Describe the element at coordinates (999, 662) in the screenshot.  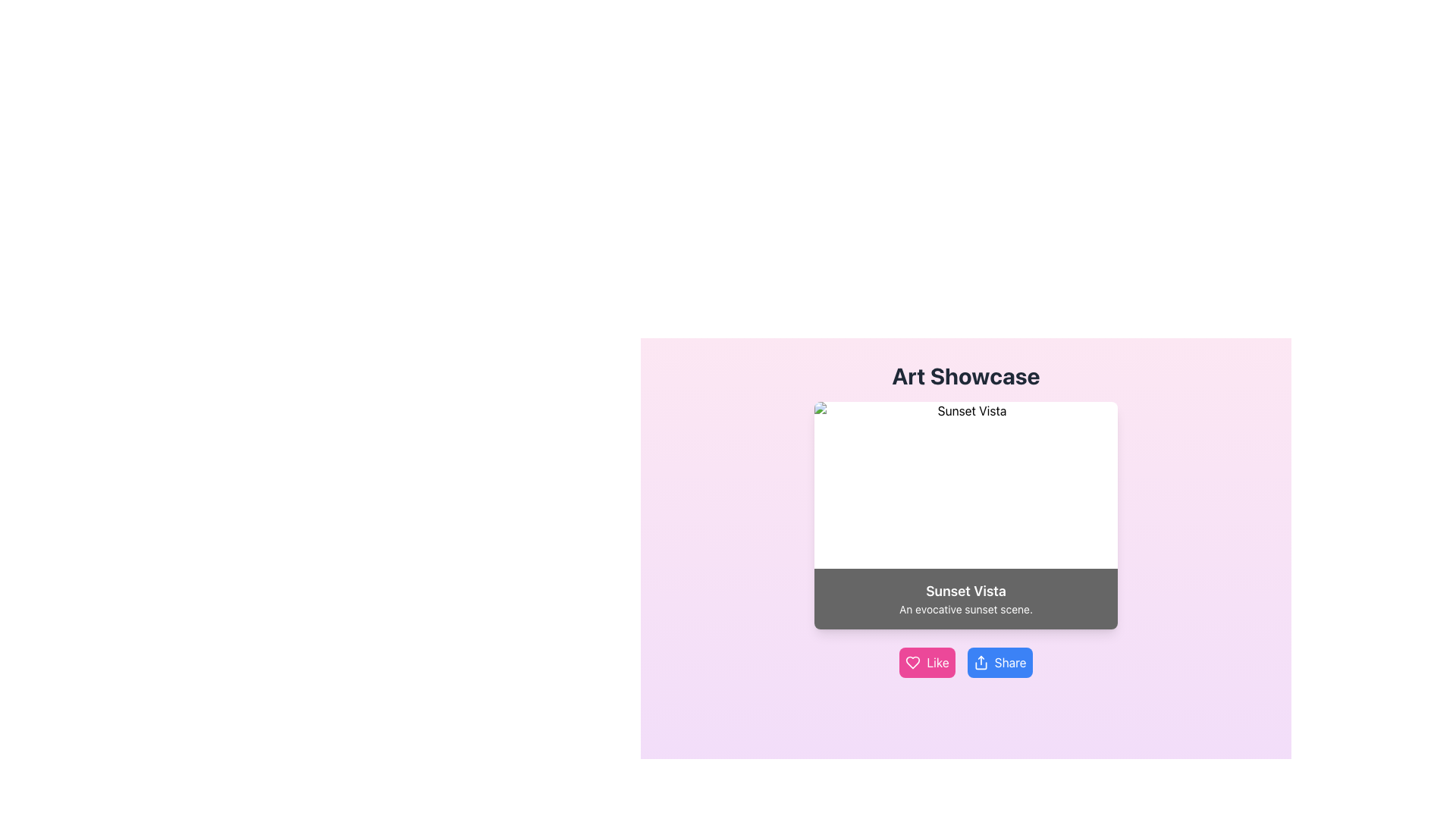
I see `the 'Share' button located at the bottom right of the 'Sunset Vista' content section to initiate sharing` at that location.